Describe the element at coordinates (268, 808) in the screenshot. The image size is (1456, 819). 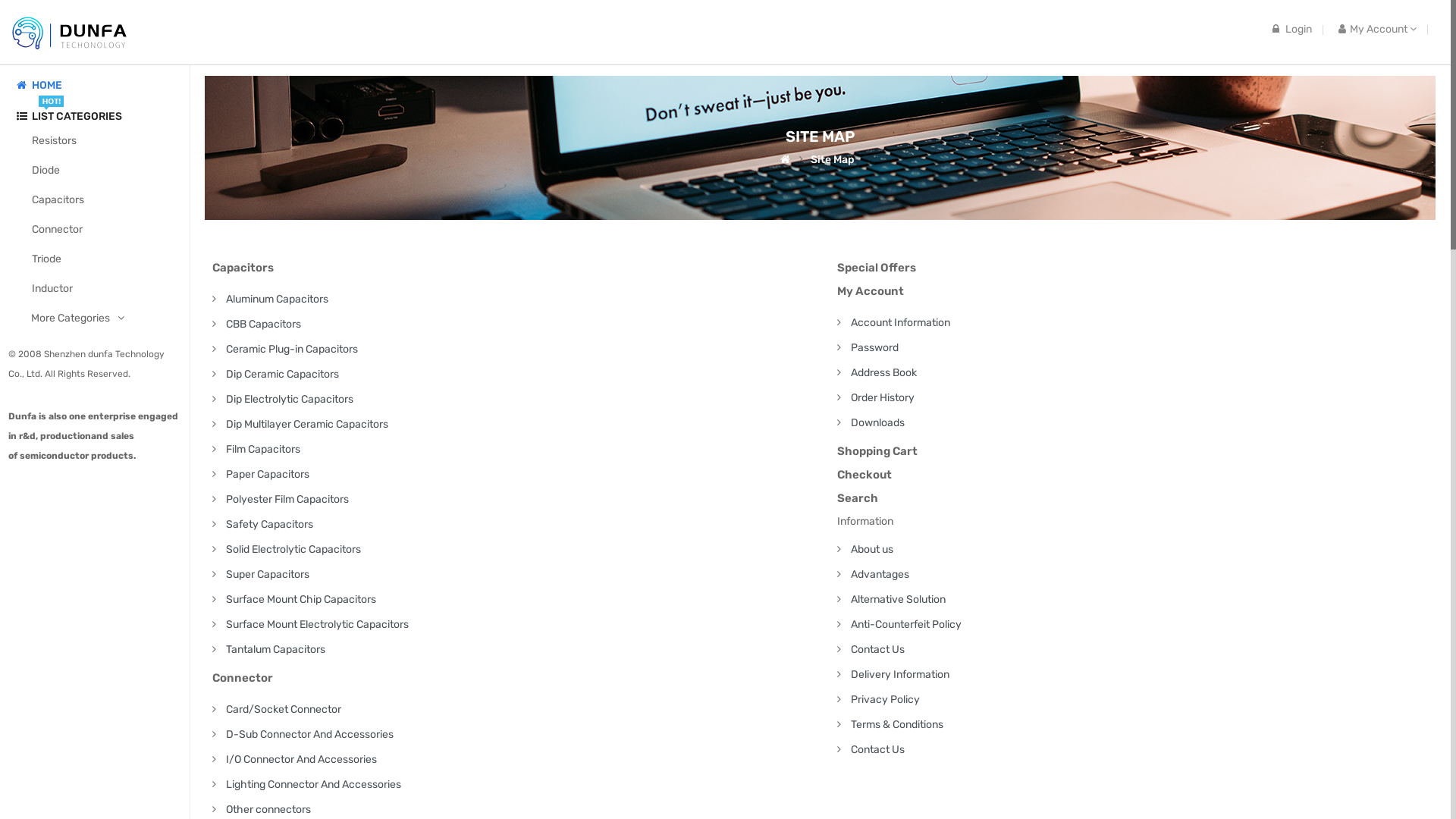
I see `'Other connectors'` at that location.